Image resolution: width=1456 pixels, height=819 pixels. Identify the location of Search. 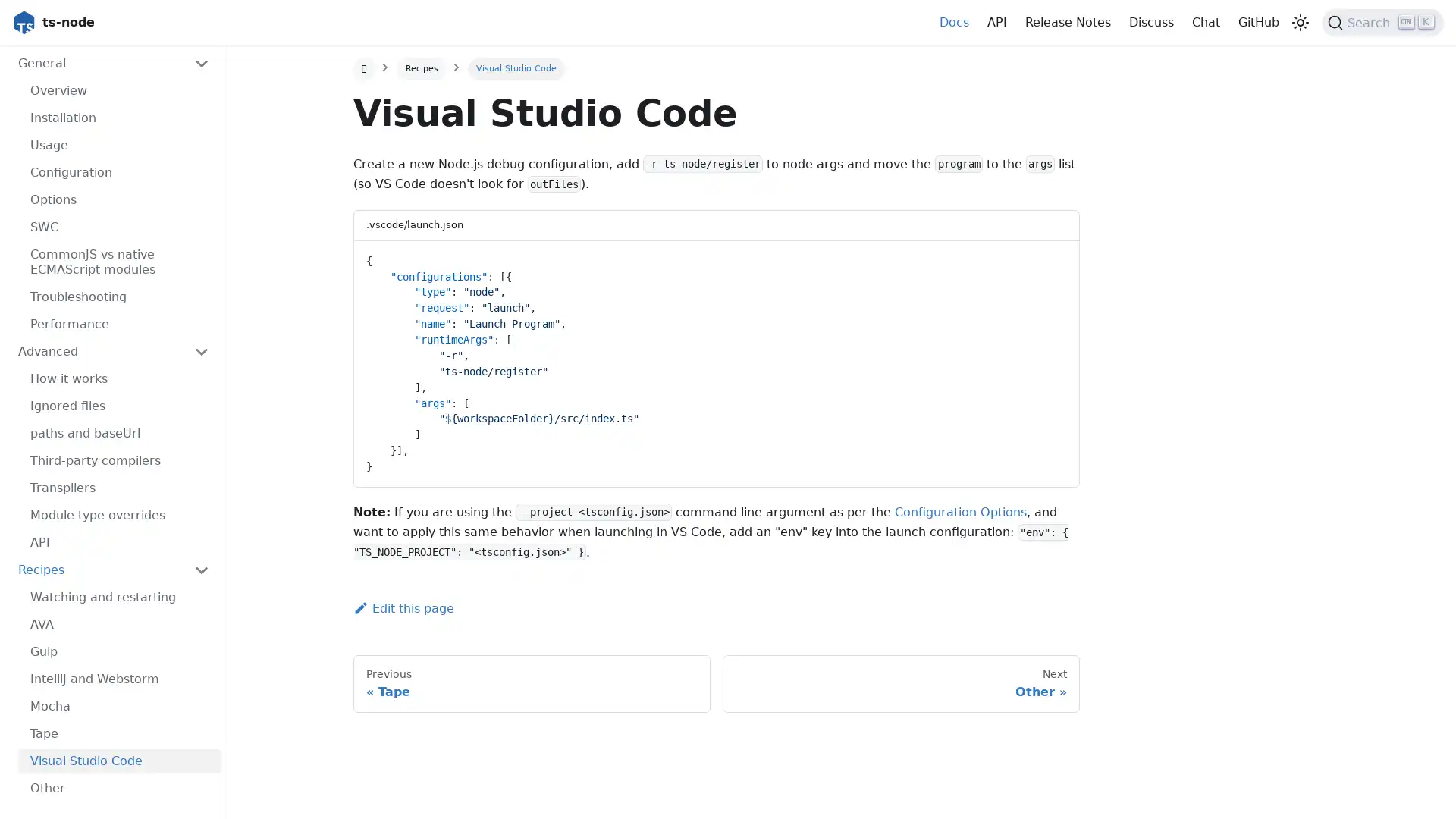
(1382, 23).